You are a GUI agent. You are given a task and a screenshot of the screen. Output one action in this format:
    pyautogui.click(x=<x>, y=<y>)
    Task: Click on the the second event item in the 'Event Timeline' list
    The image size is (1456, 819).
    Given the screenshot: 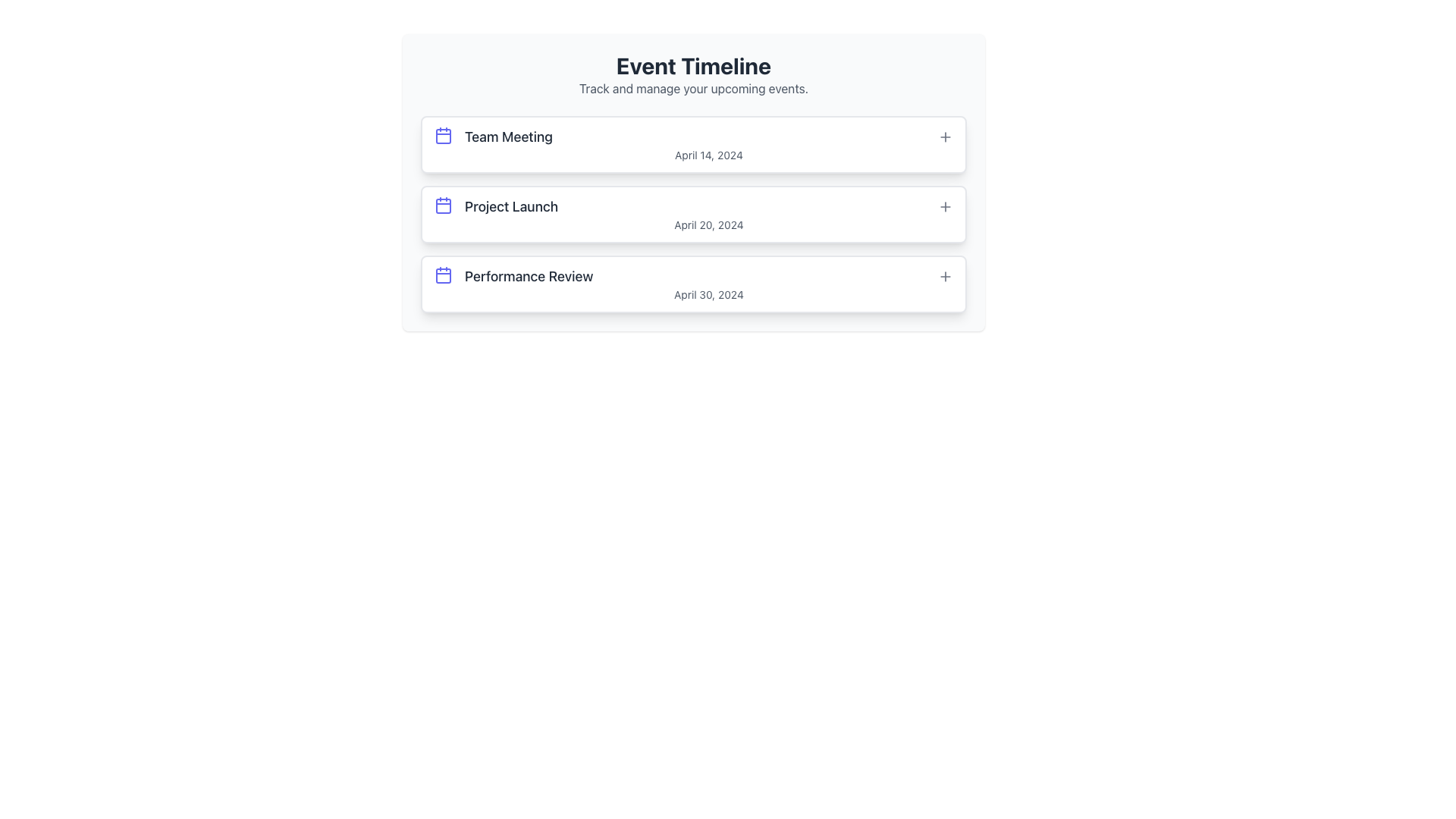 What is the action you would take?
    pyautogui.click(x=693, y=214)
    